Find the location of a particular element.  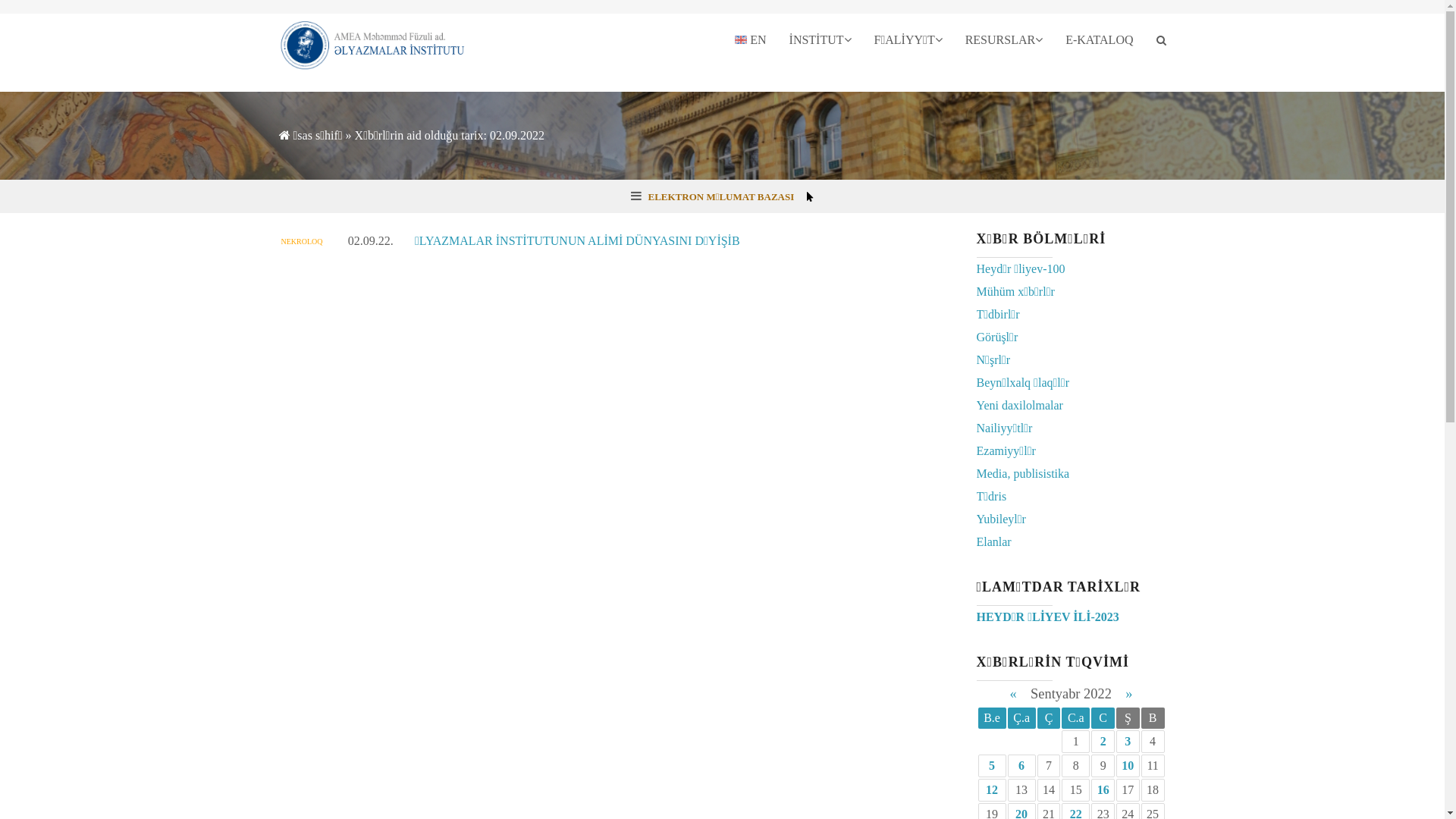

'12' is located at coordinates (992, 789).